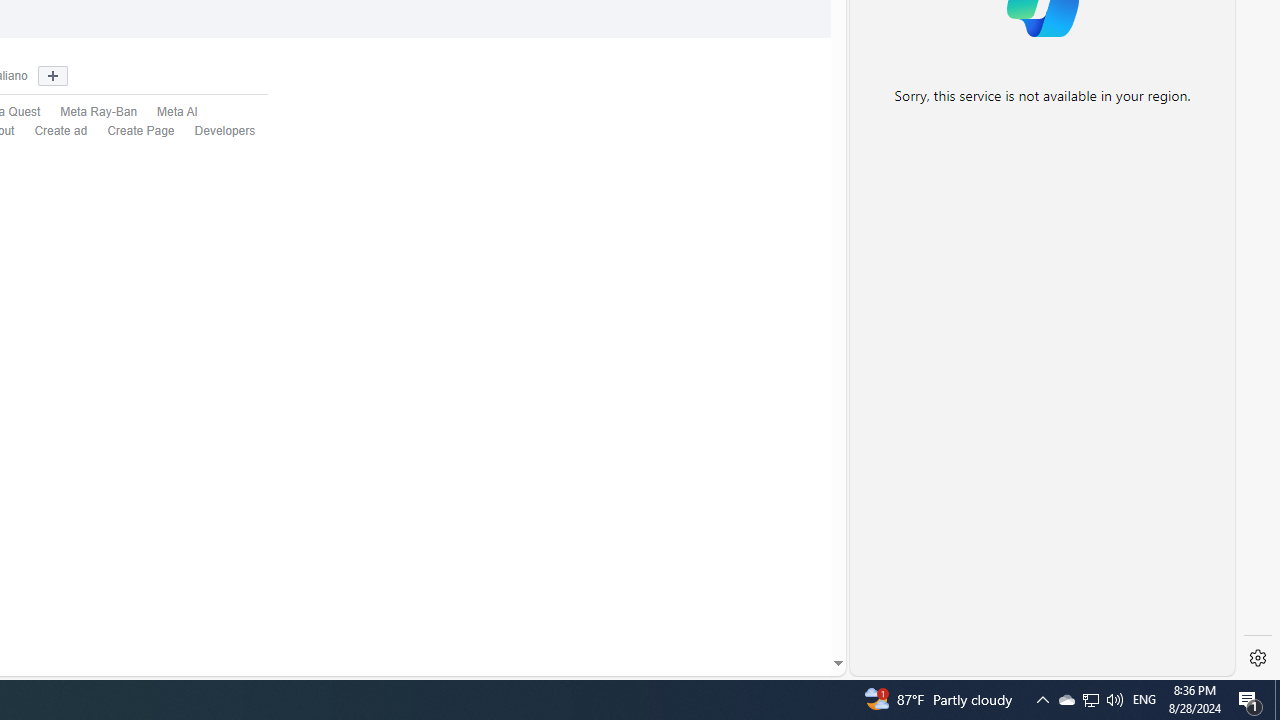 The height and width of the screenshot is (720, 1280). What do you see at coordinates (87, 113) in the screenshot?
I see `'Meta Ray-Ban'` at bounding box center [87, 113].